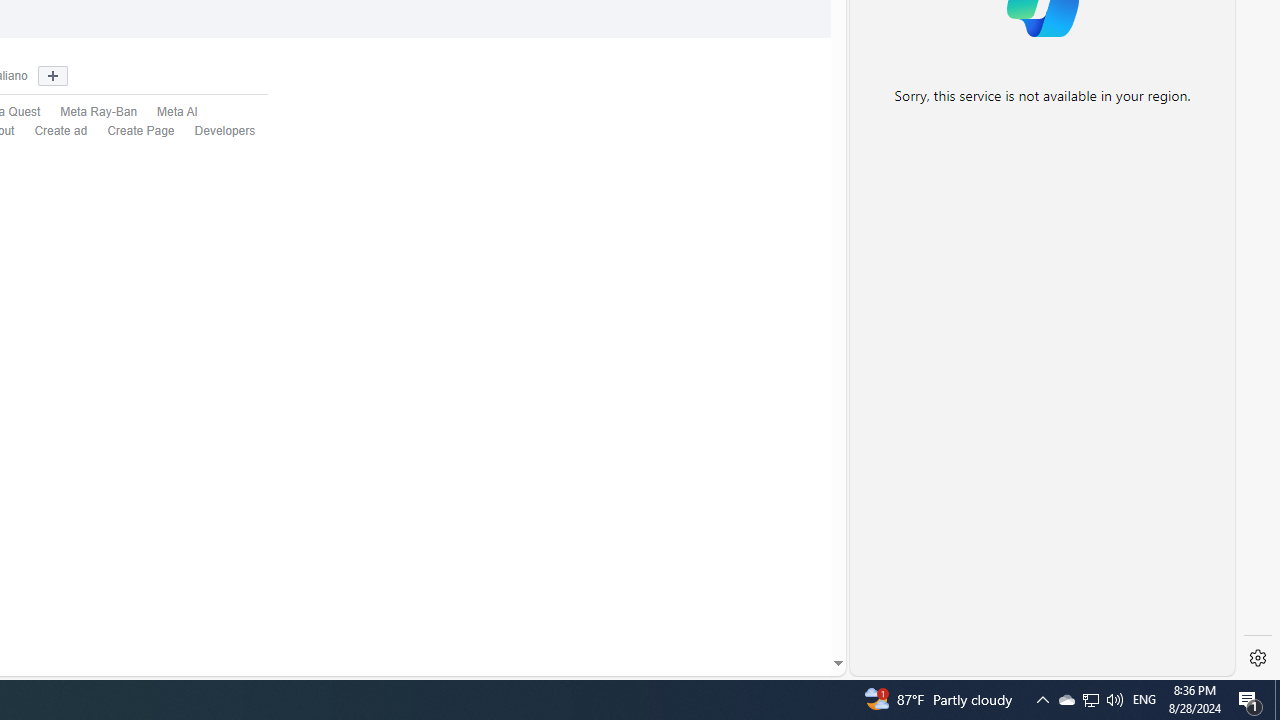 The height and width of the screenshot is (720, 1280). What do you see at coordinates (87, 113) in the screenshot?
I see `'Meta Ray-Ban'` at bounding box center [87, 113].